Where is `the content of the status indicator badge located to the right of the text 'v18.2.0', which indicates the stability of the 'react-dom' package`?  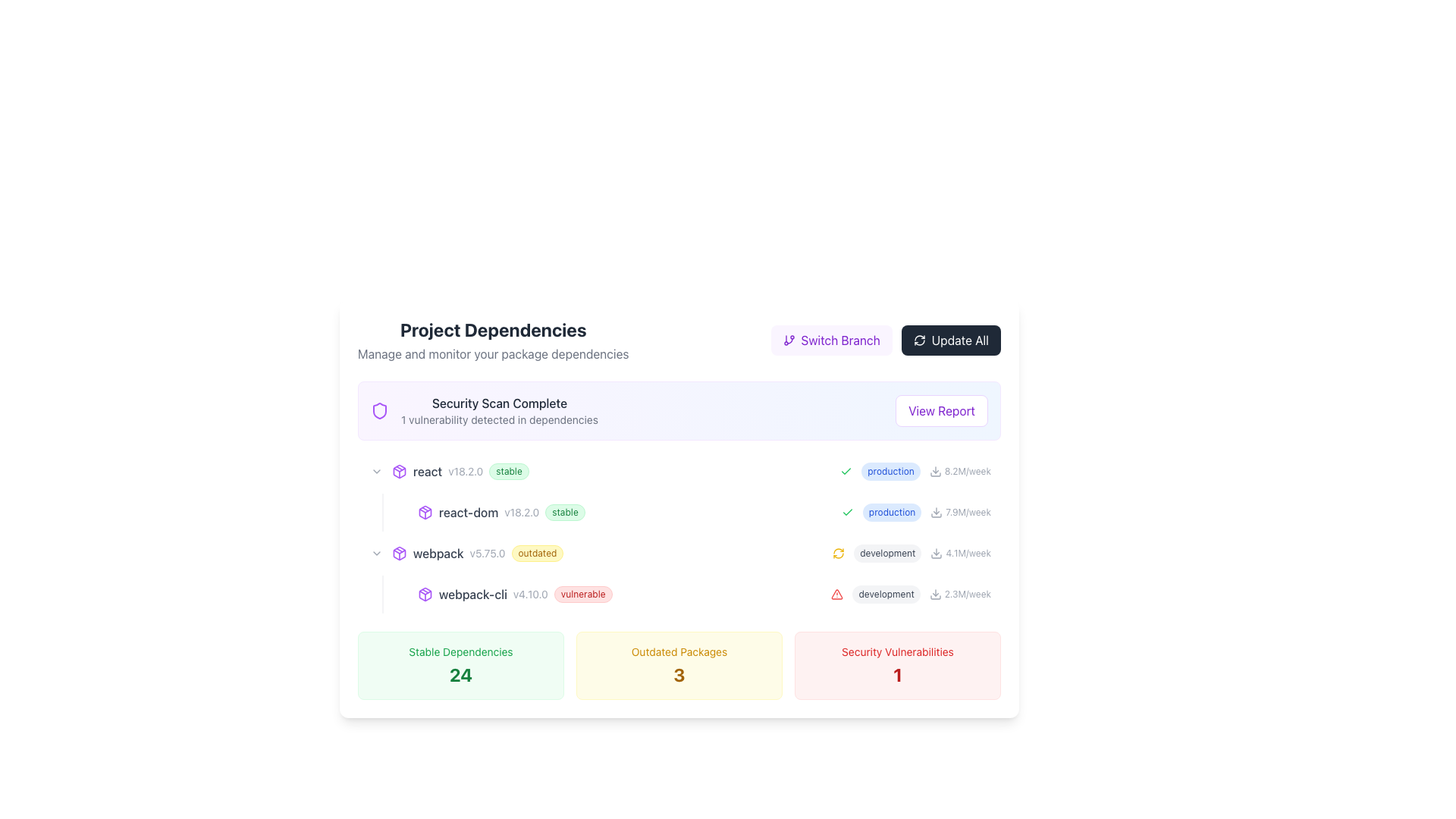 the content of the status indicator badge located to the right of the text 'v18.2.0', which indicates the stability of the 'react-dom' package is located at coordinates (564, 512).